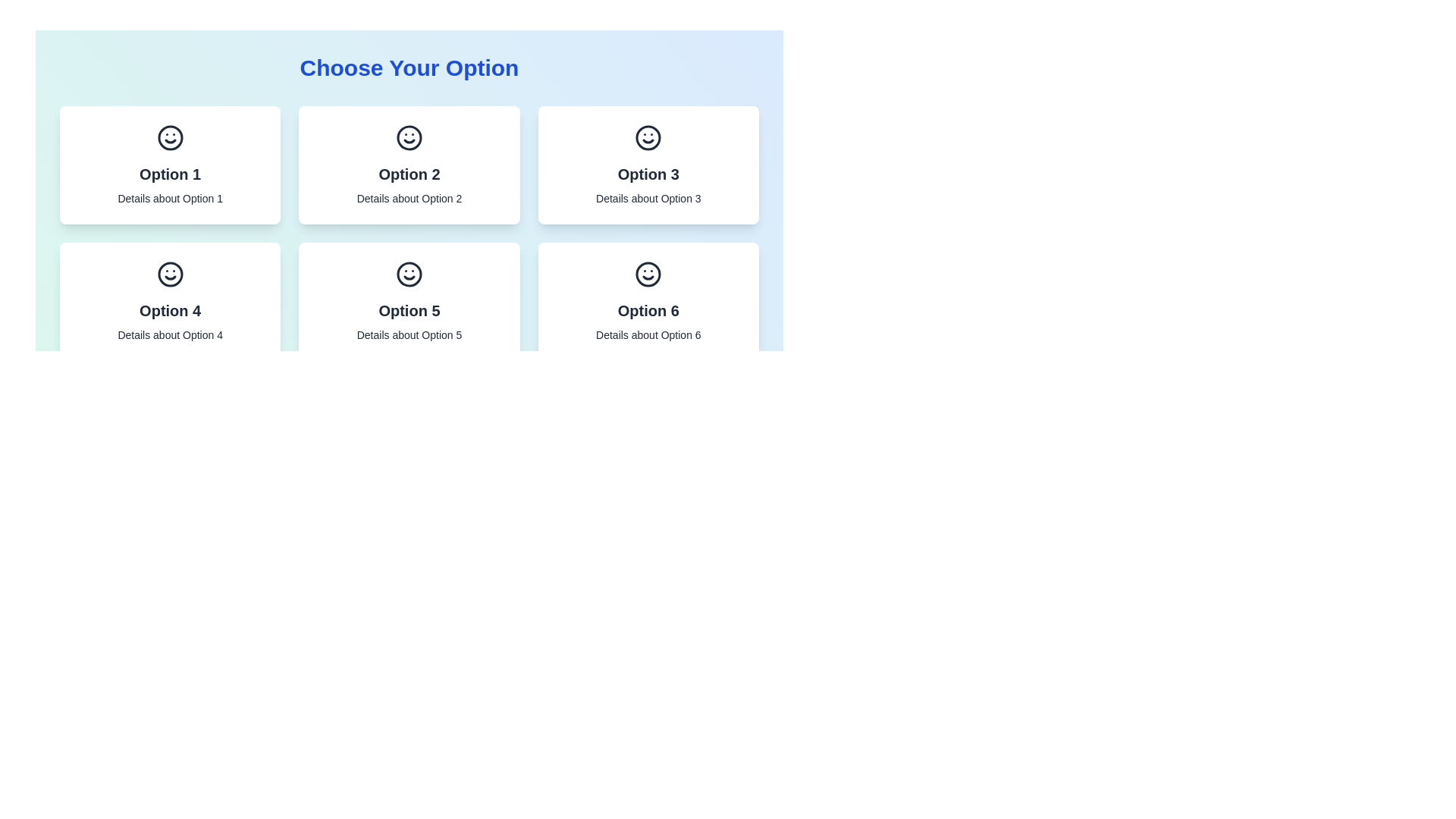 The image size is (1456, 819). Describe the element at coordinates (648, 137) in the screenshot. I see `the decorative SVG icon representing 'Option 3' located at the top of the card in the first row, third column of the grid` at that location.